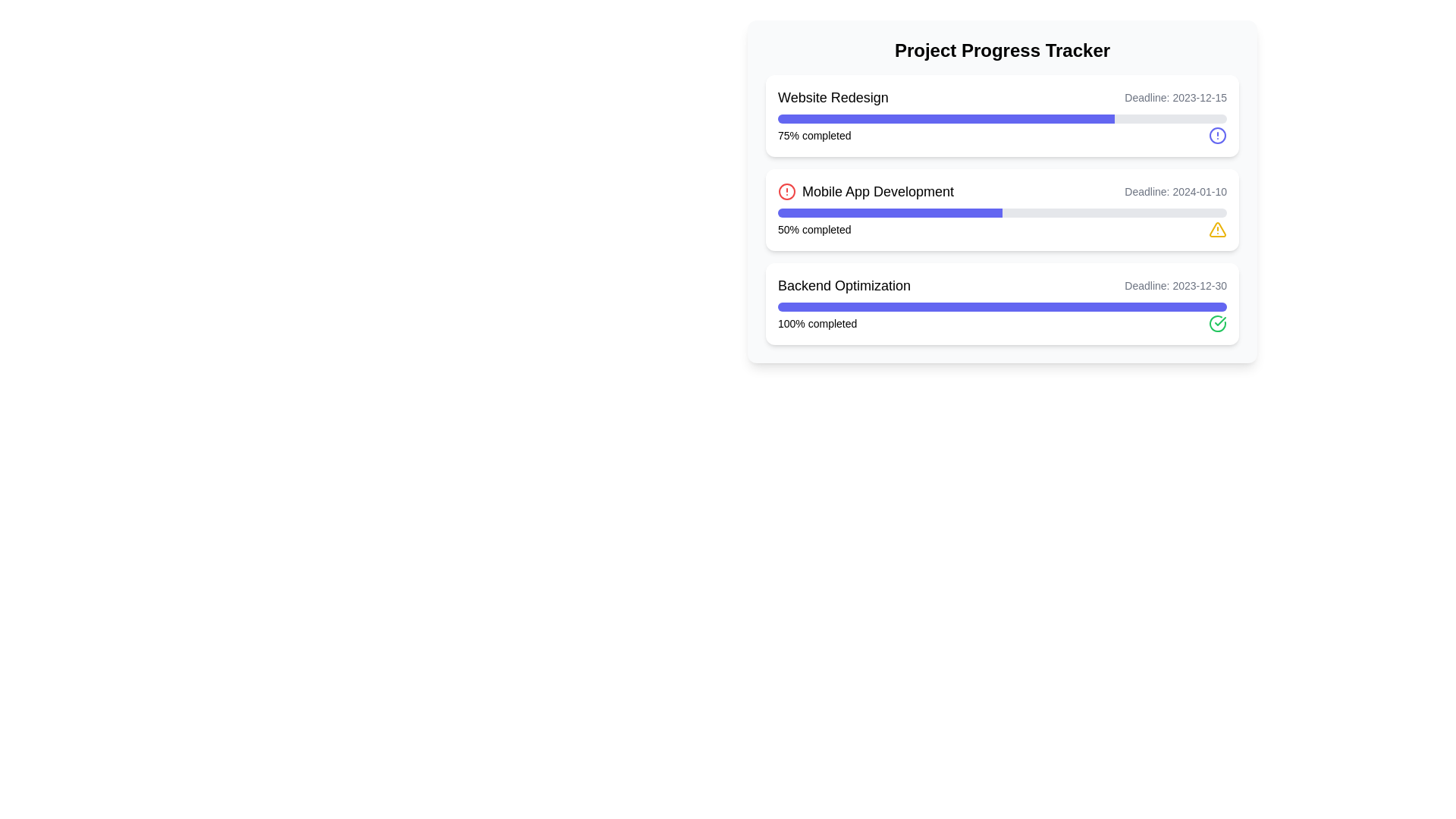  I want to click on the text label displaying '50% completed' which indicates the progress of the Mobile App Development task, so click(814, 230).